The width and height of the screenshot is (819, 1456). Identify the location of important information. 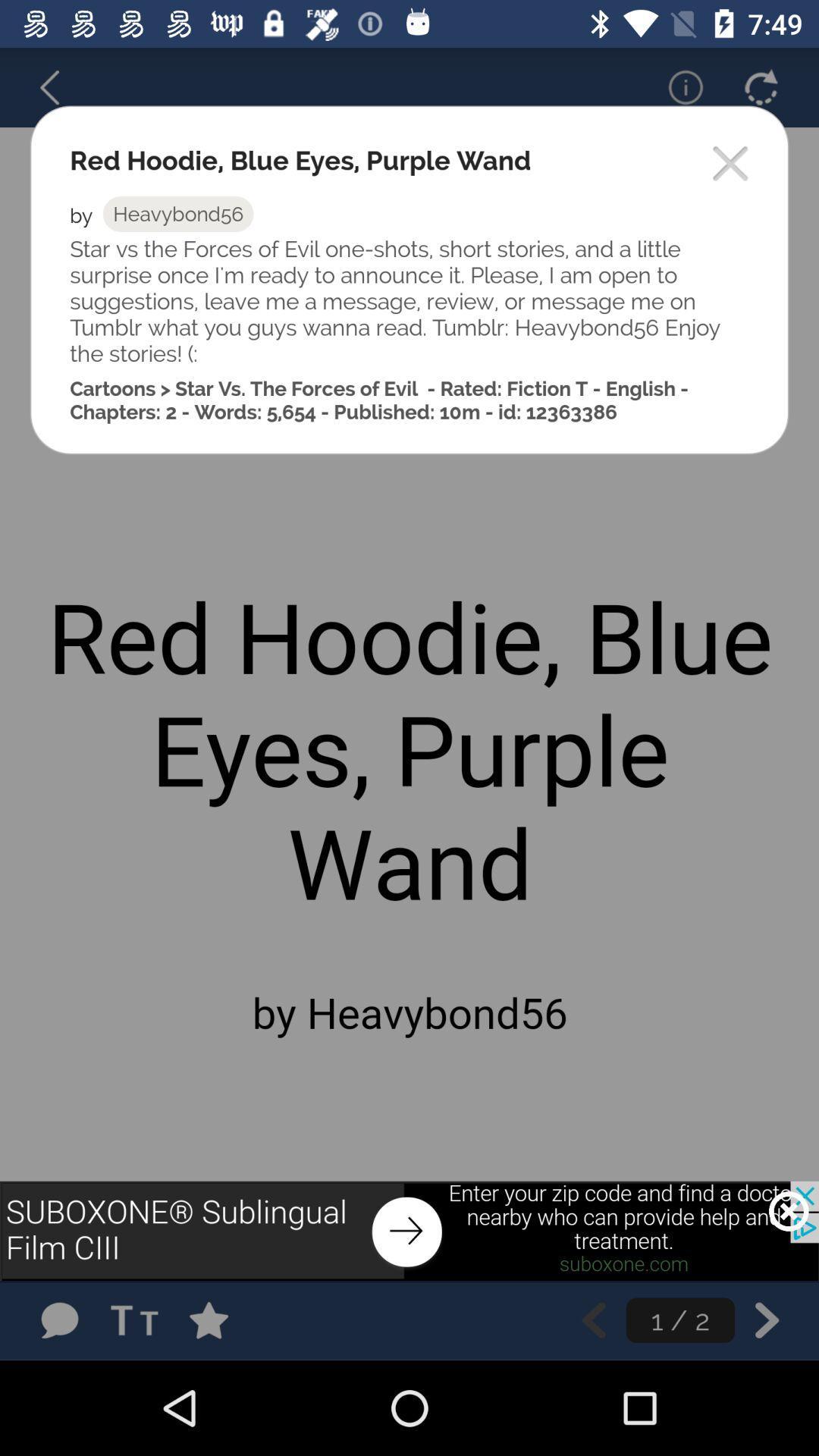
(675, 86).